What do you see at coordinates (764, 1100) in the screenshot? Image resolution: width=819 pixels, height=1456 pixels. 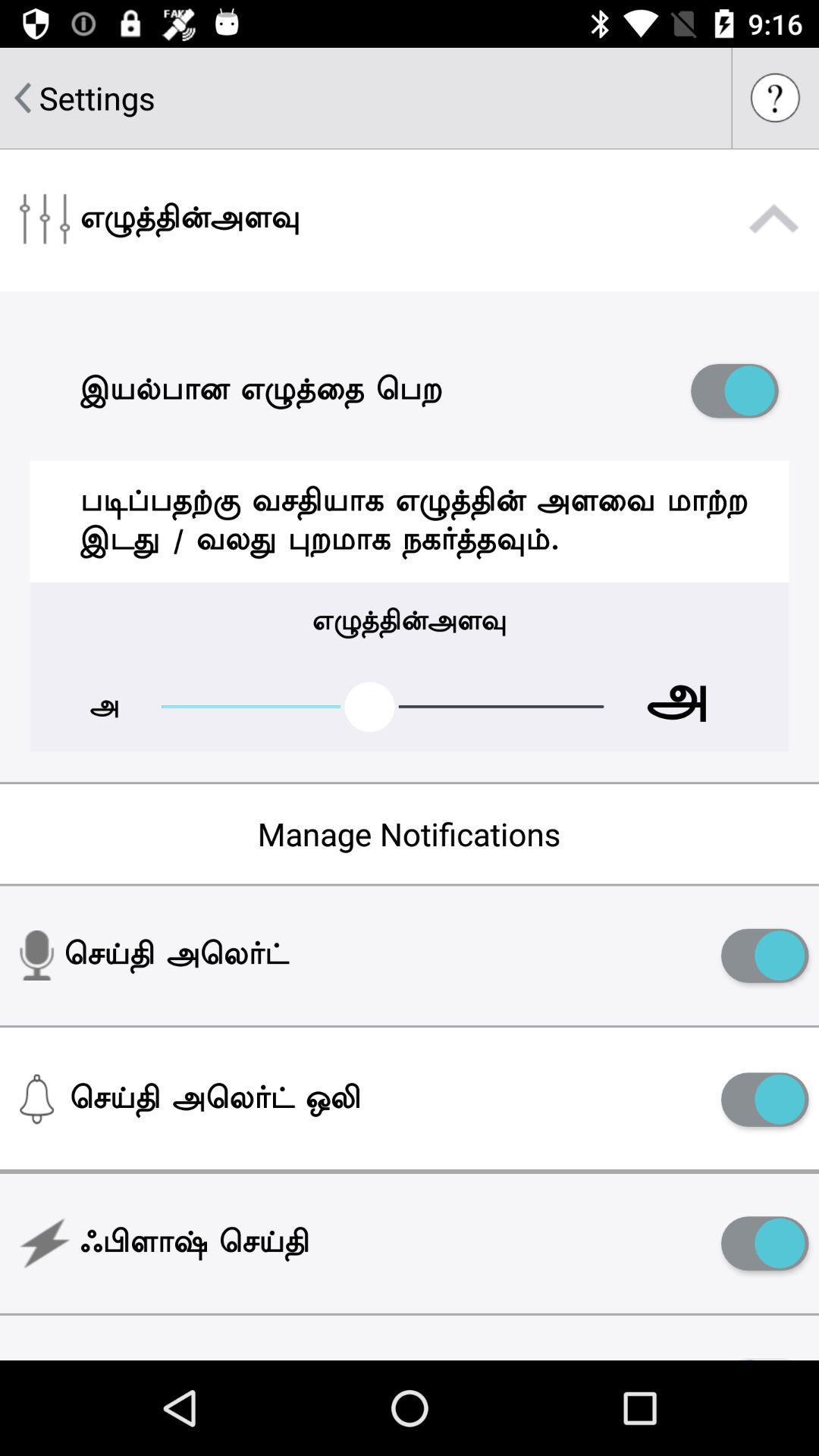 I see `enable/disable setting` at bounding box center [764, 1100].